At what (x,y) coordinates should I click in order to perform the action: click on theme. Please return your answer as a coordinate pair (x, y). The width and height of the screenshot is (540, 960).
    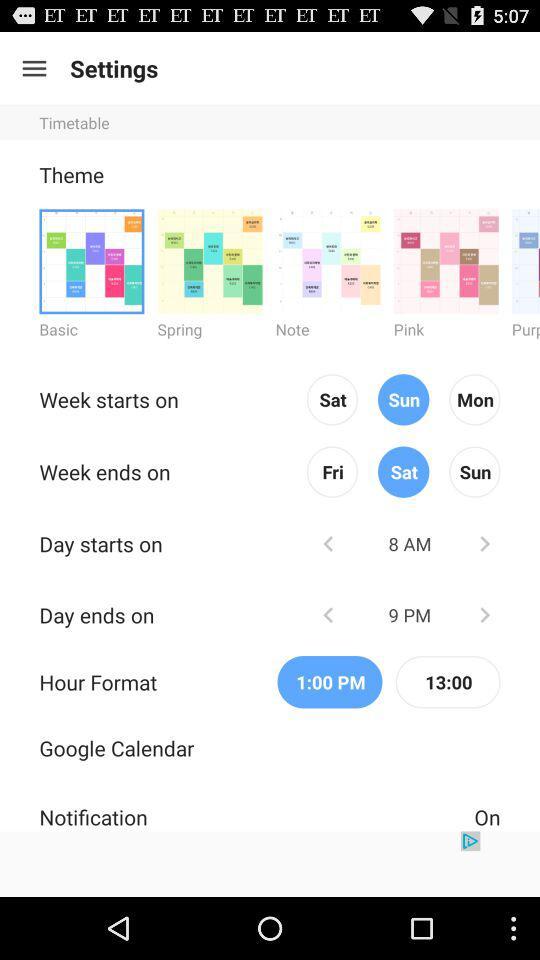
    Looking at the image, I should click on (446, 260).